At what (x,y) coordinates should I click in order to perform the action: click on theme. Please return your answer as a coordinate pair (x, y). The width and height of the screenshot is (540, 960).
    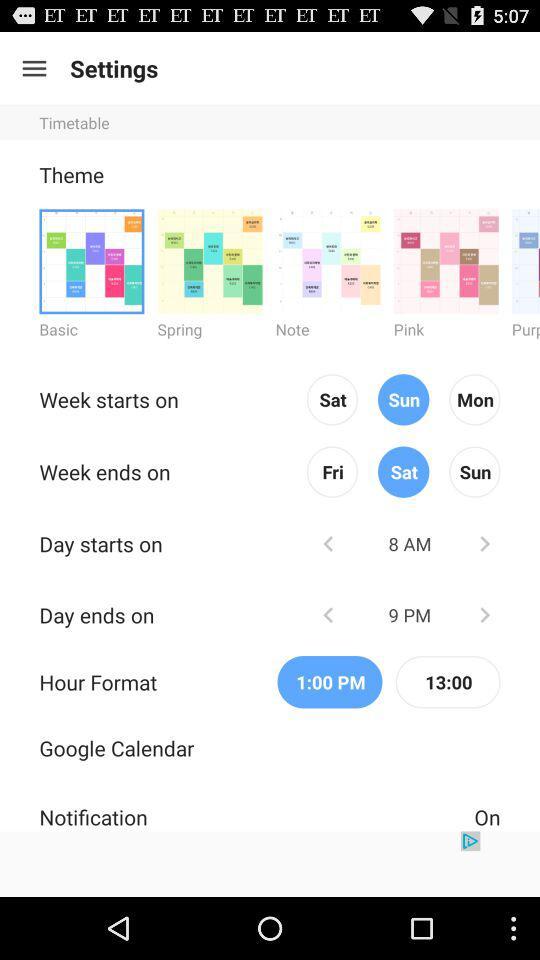
    Looking at the image, I should click on (446, 260).